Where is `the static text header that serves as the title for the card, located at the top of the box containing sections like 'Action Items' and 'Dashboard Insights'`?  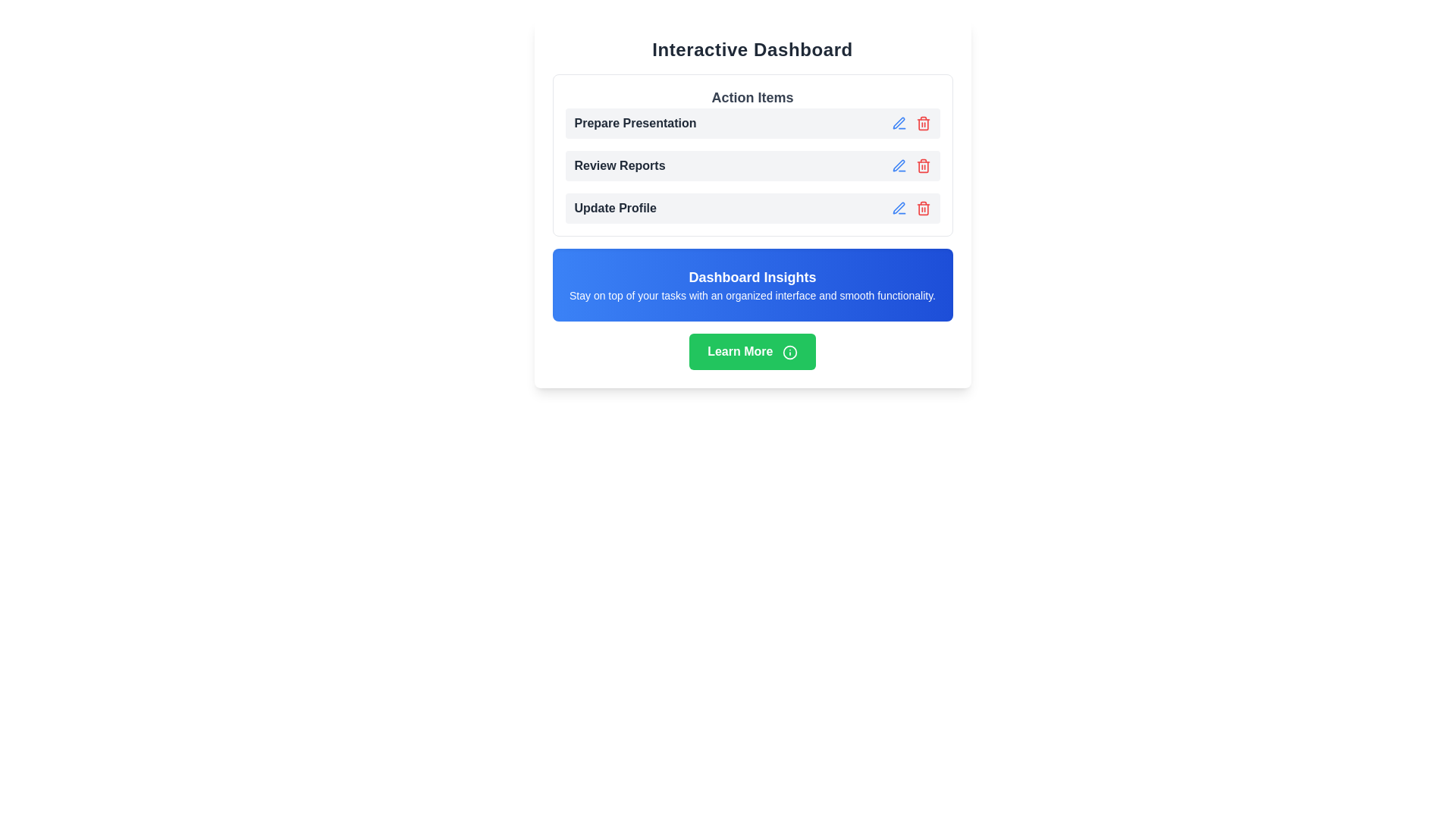 the static text header that serves as the title for the card, located at the top of the box containing sections like 'Action Items' and 'Dashboard Insights' is located at coordinates (752, 49).